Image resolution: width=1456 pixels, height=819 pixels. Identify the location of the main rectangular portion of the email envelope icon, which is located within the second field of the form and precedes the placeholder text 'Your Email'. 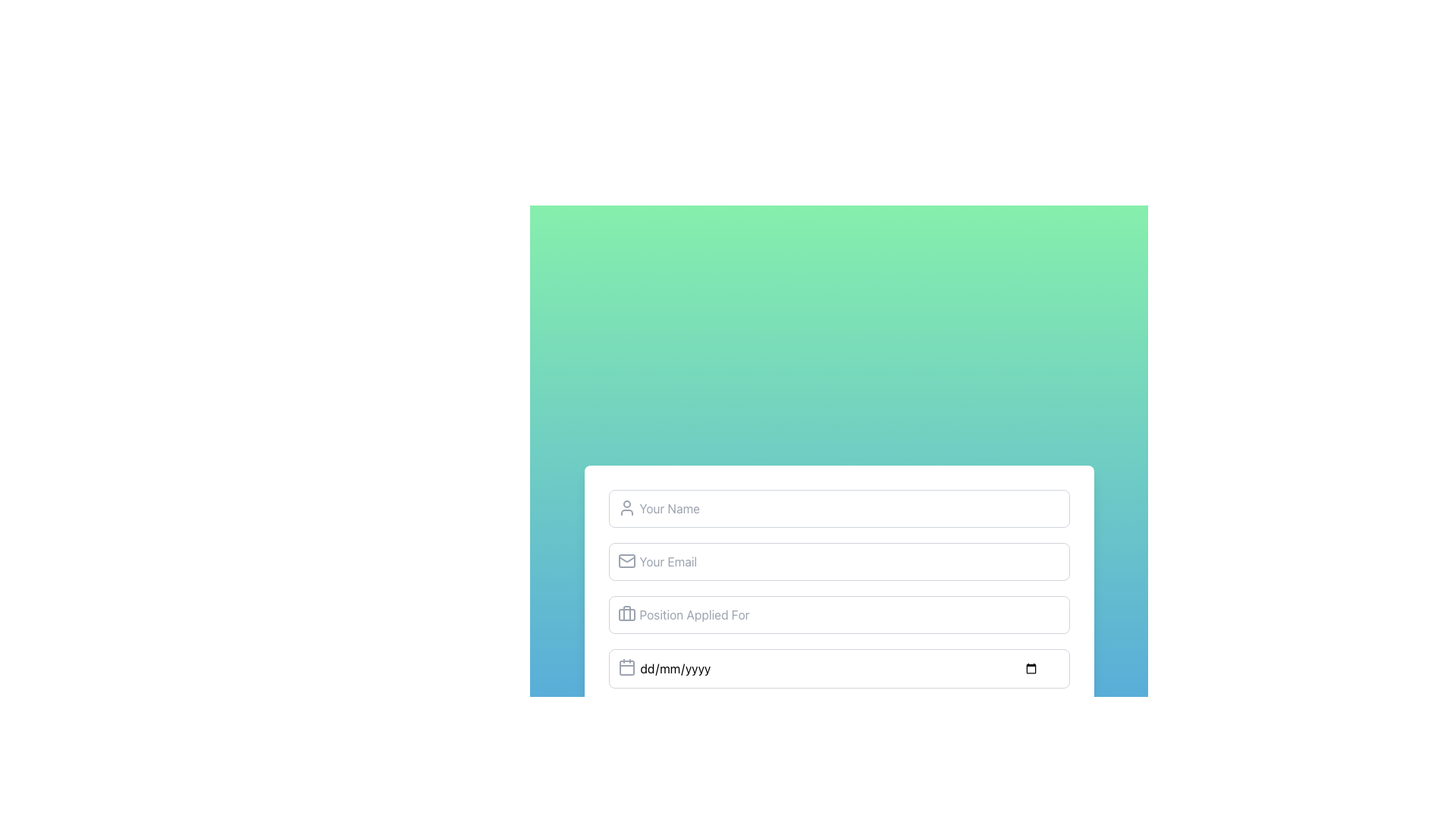
(626, 561).